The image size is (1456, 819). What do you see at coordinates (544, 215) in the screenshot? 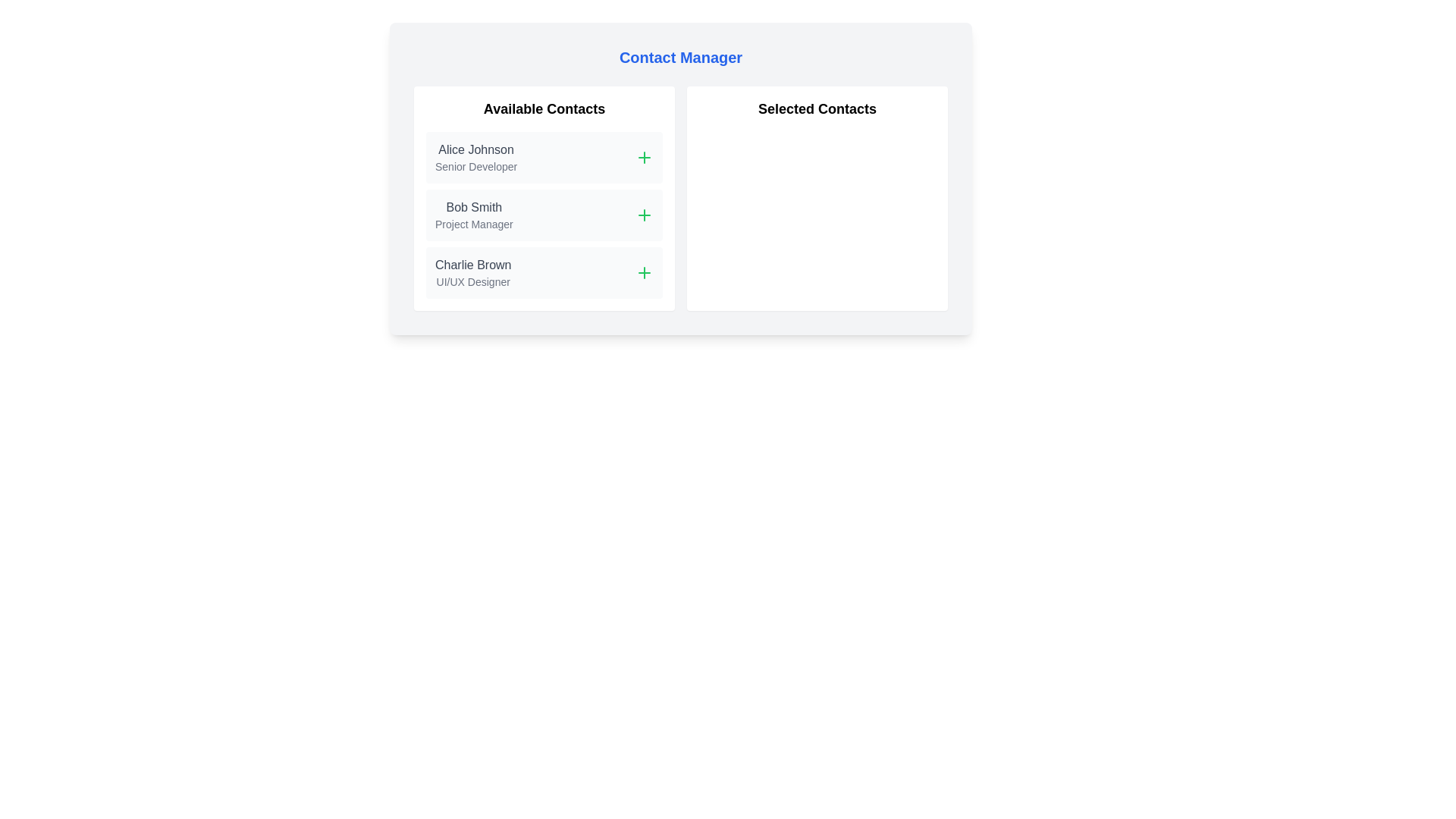
I see `the contact list item displaying 'Bob Smith' and their title 'Project Manager'` at bounding box center [544, 215].